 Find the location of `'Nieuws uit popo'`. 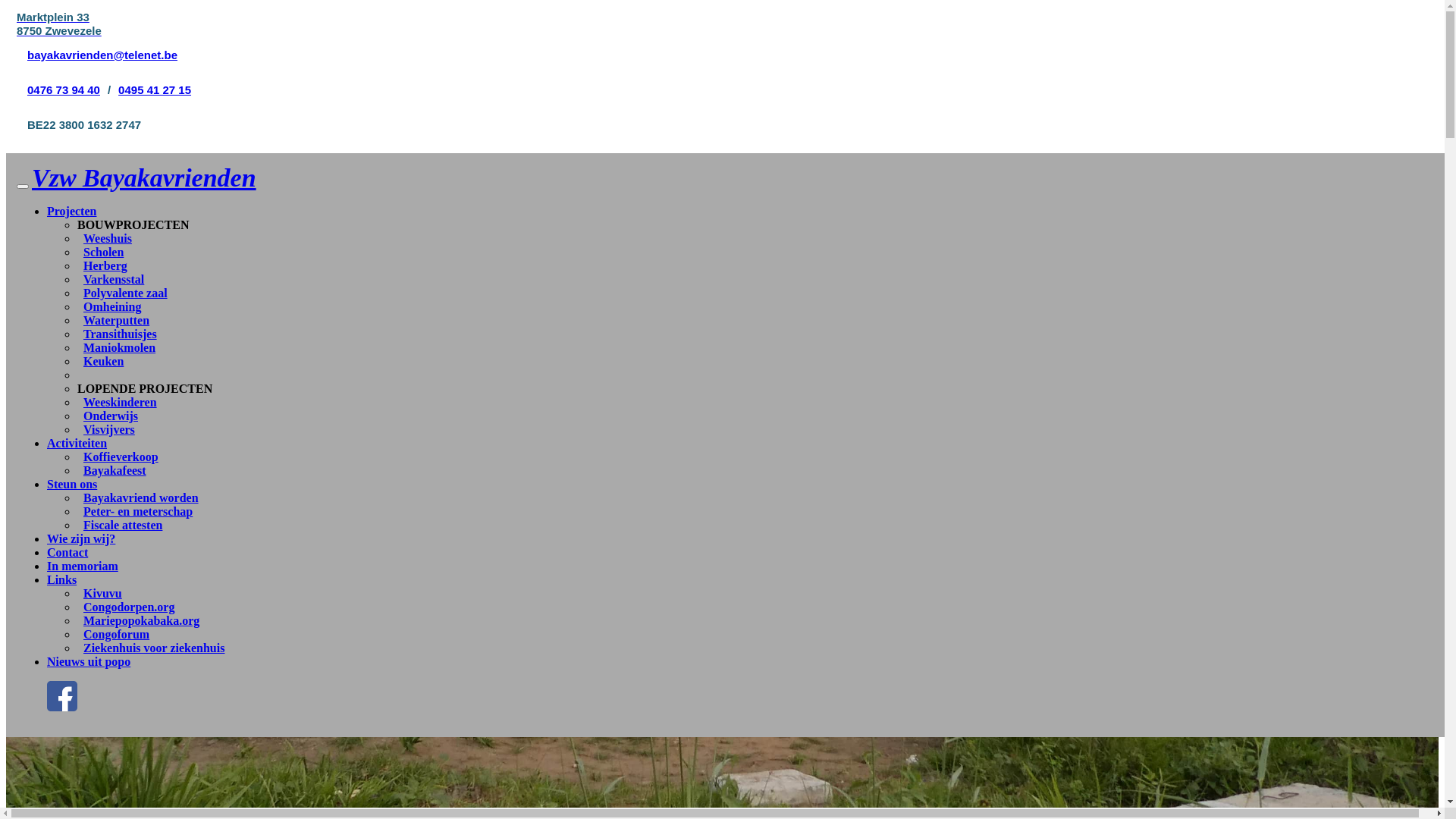

'Nieuws uit popo' is located at coordinates (87, 661).